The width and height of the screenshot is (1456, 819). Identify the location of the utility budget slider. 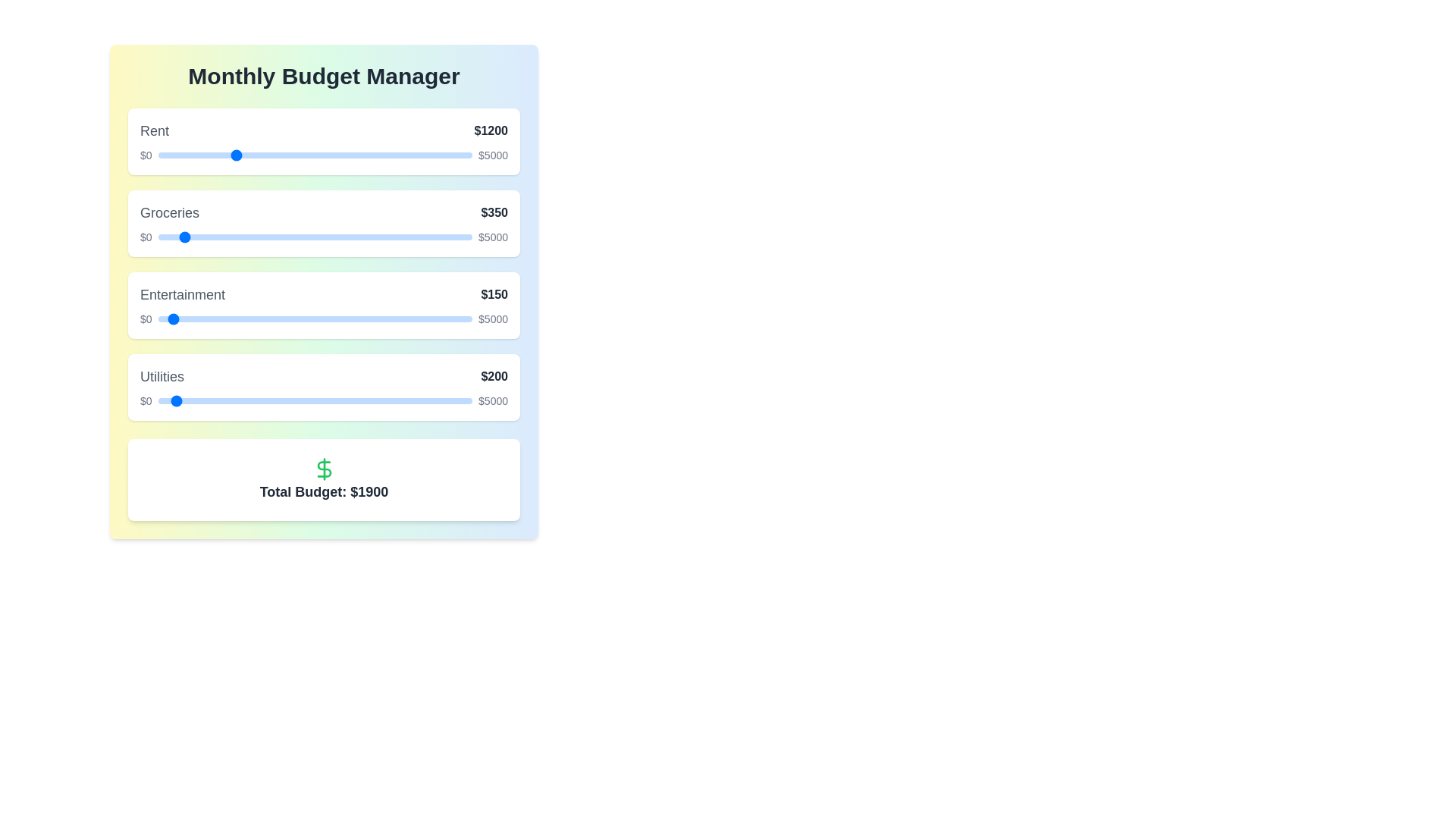
(174, 400).